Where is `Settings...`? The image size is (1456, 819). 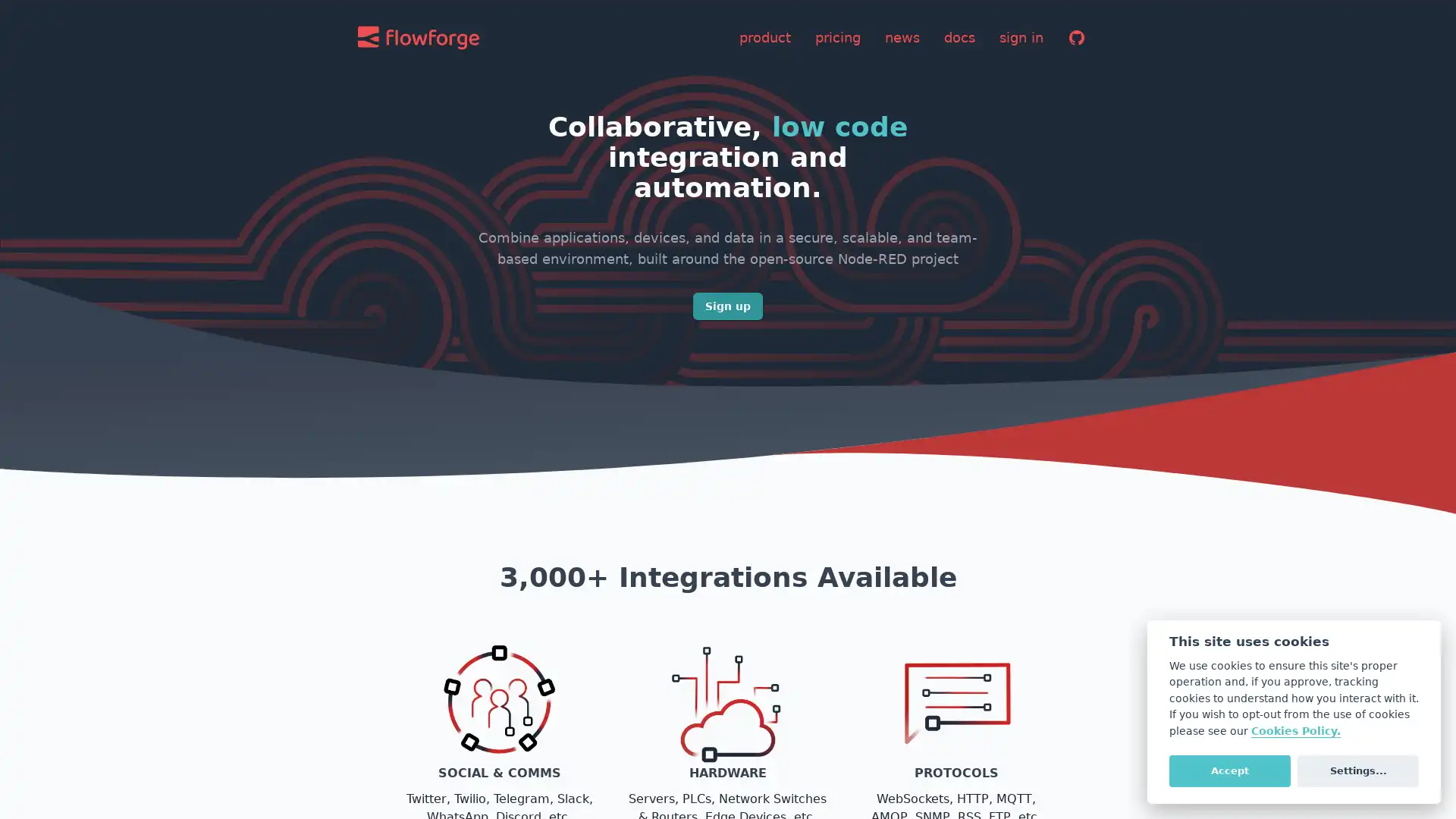
Settings... is located at coordinates (1357, 770).